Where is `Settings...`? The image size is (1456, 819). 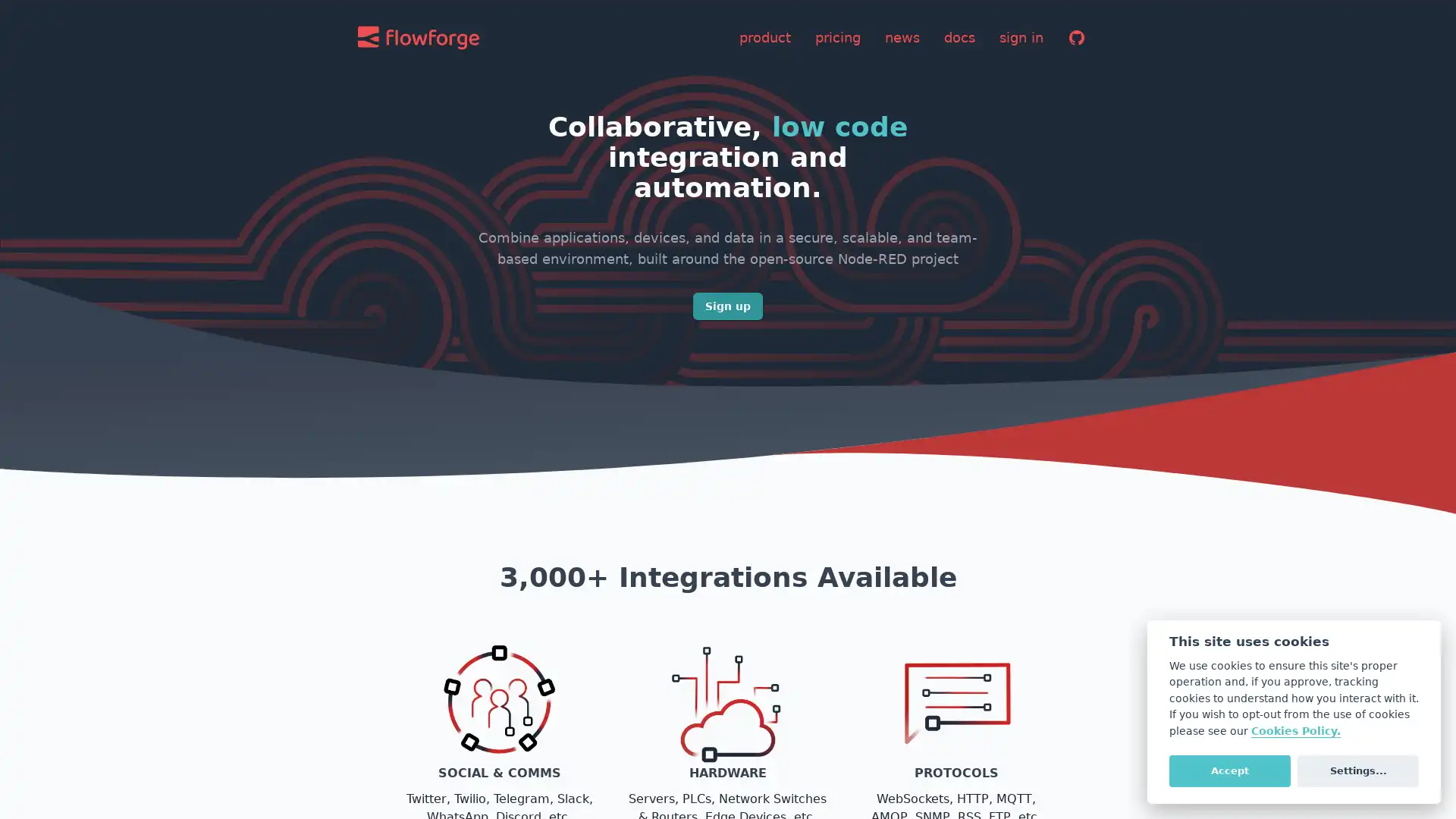
Settings... is located at coordinates (1357, 770).